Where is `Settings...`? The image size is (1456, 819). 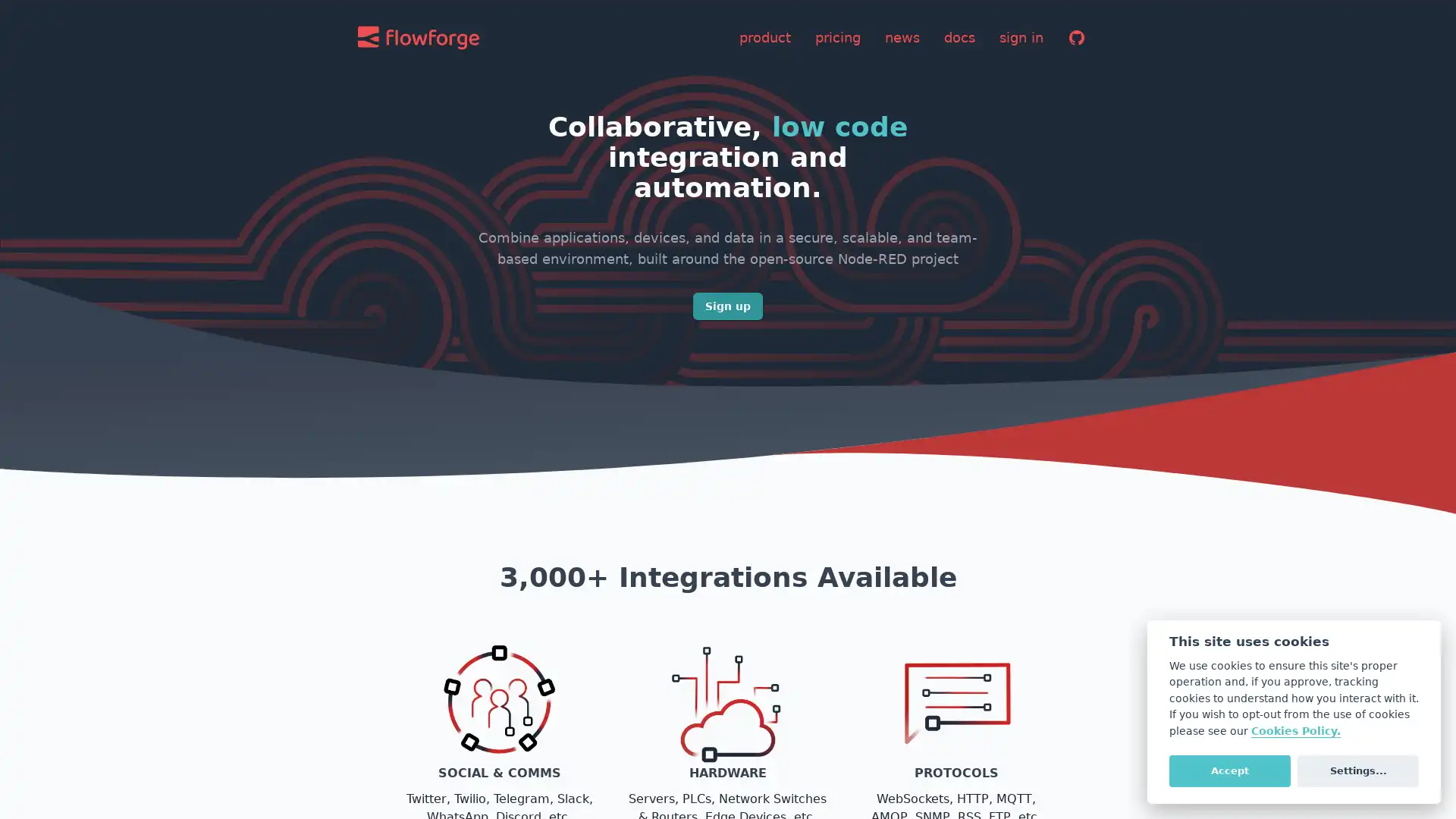
Settings... is located at coordinates (1357, 770).